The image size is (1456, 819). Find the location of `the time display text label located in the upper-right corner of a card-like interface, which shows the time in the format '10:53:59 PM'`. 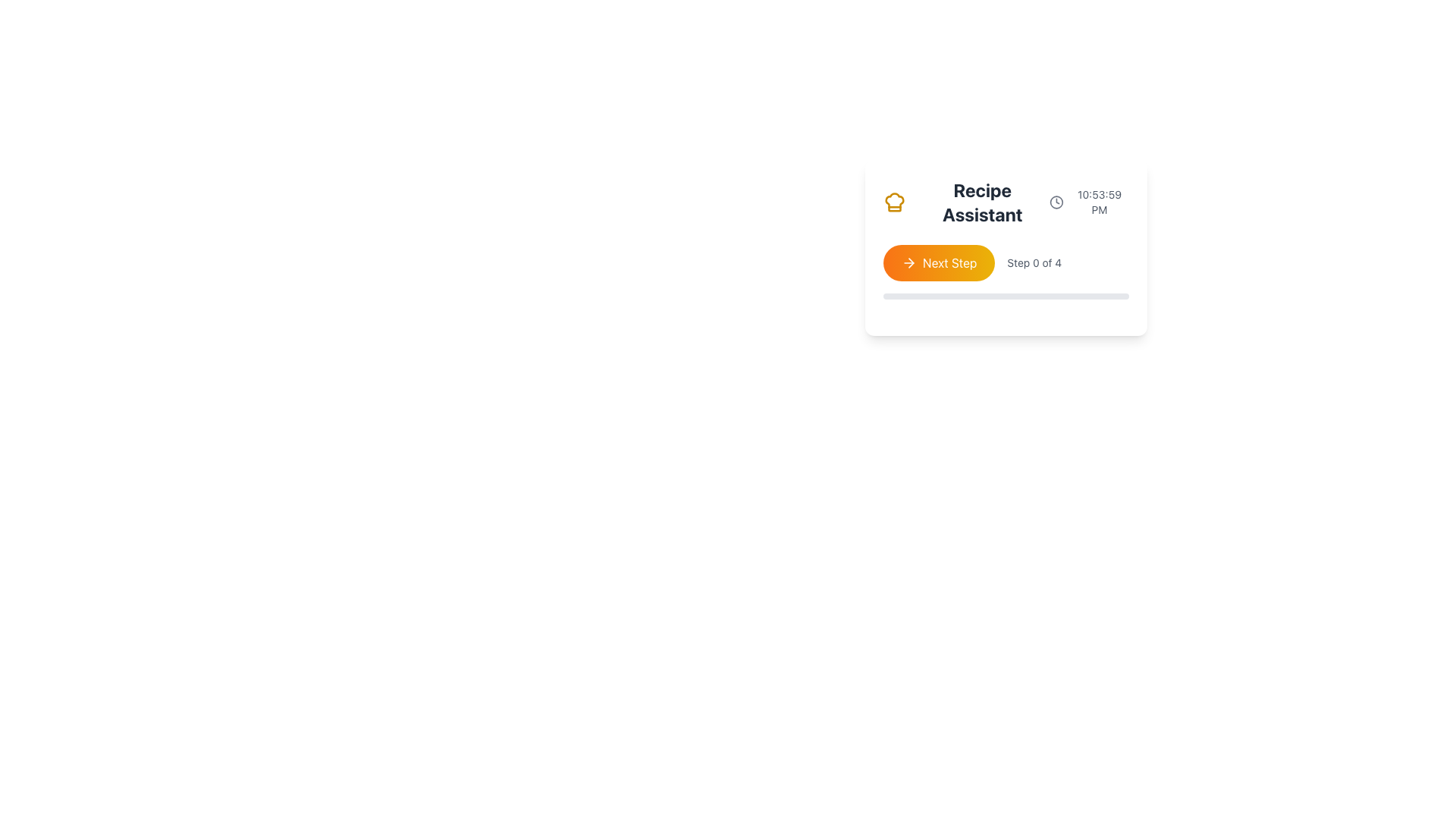

the time display text label located in the upper-right corner of a card-like interface, which shows the time in the format '10:53:59 PM' is located at coordinates (1100, 201).